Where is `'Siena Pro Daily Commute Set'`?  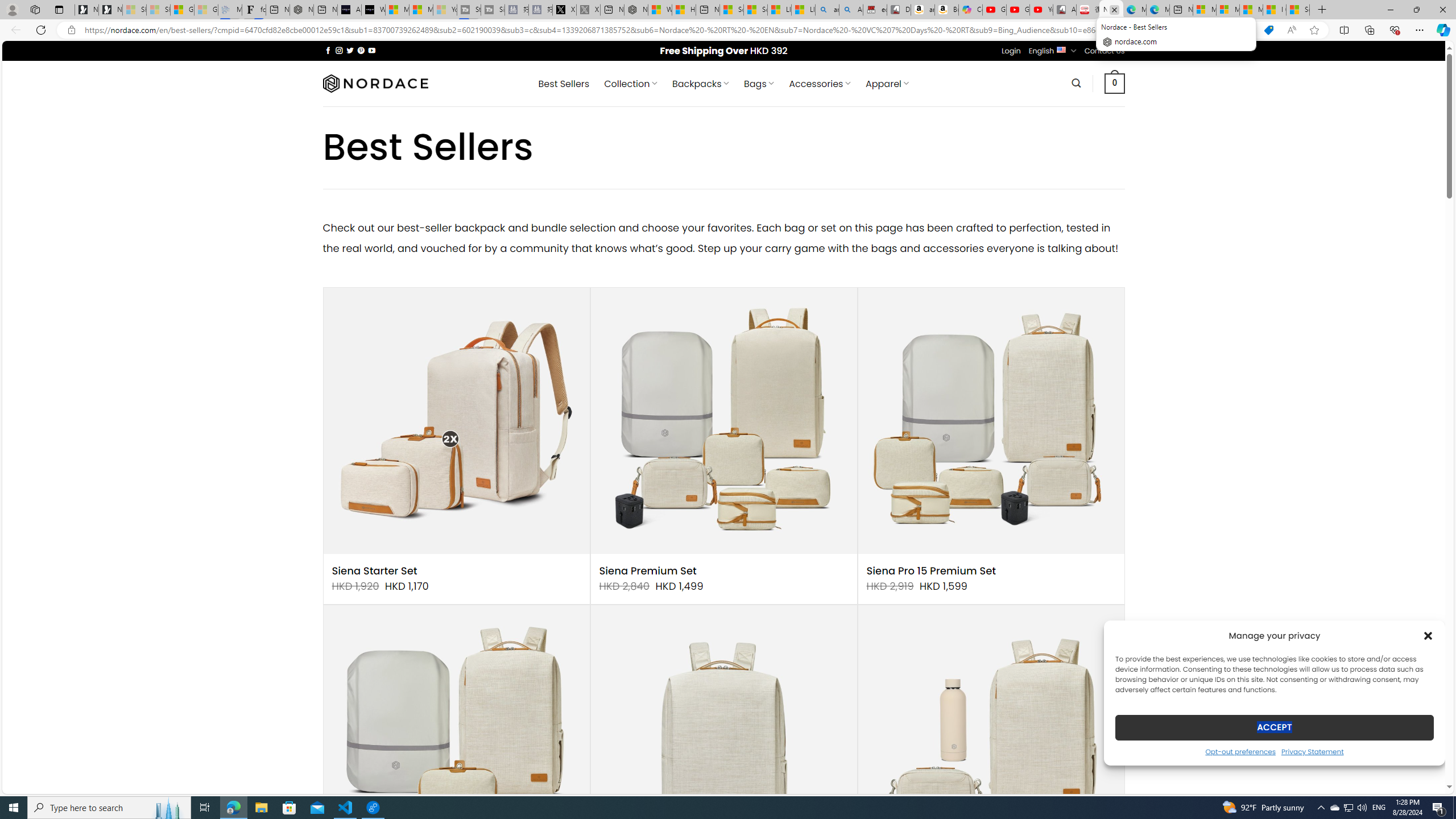 'Siena Pro Daily Commute Set' is located at coordinates (990, 738).